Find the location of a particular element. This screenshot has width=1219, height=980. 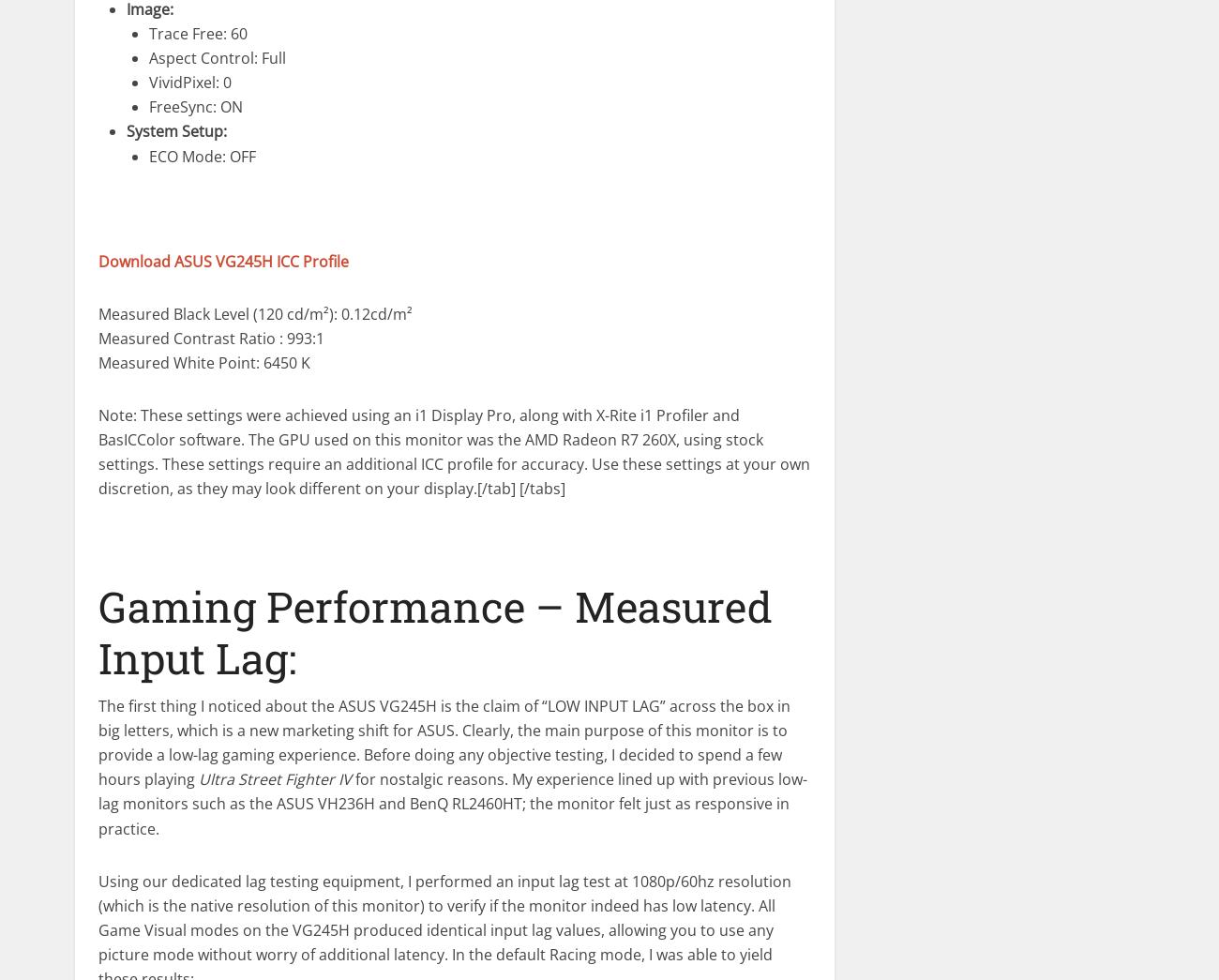

'Aspect Control: Full' is located at coordinates (217, 57).